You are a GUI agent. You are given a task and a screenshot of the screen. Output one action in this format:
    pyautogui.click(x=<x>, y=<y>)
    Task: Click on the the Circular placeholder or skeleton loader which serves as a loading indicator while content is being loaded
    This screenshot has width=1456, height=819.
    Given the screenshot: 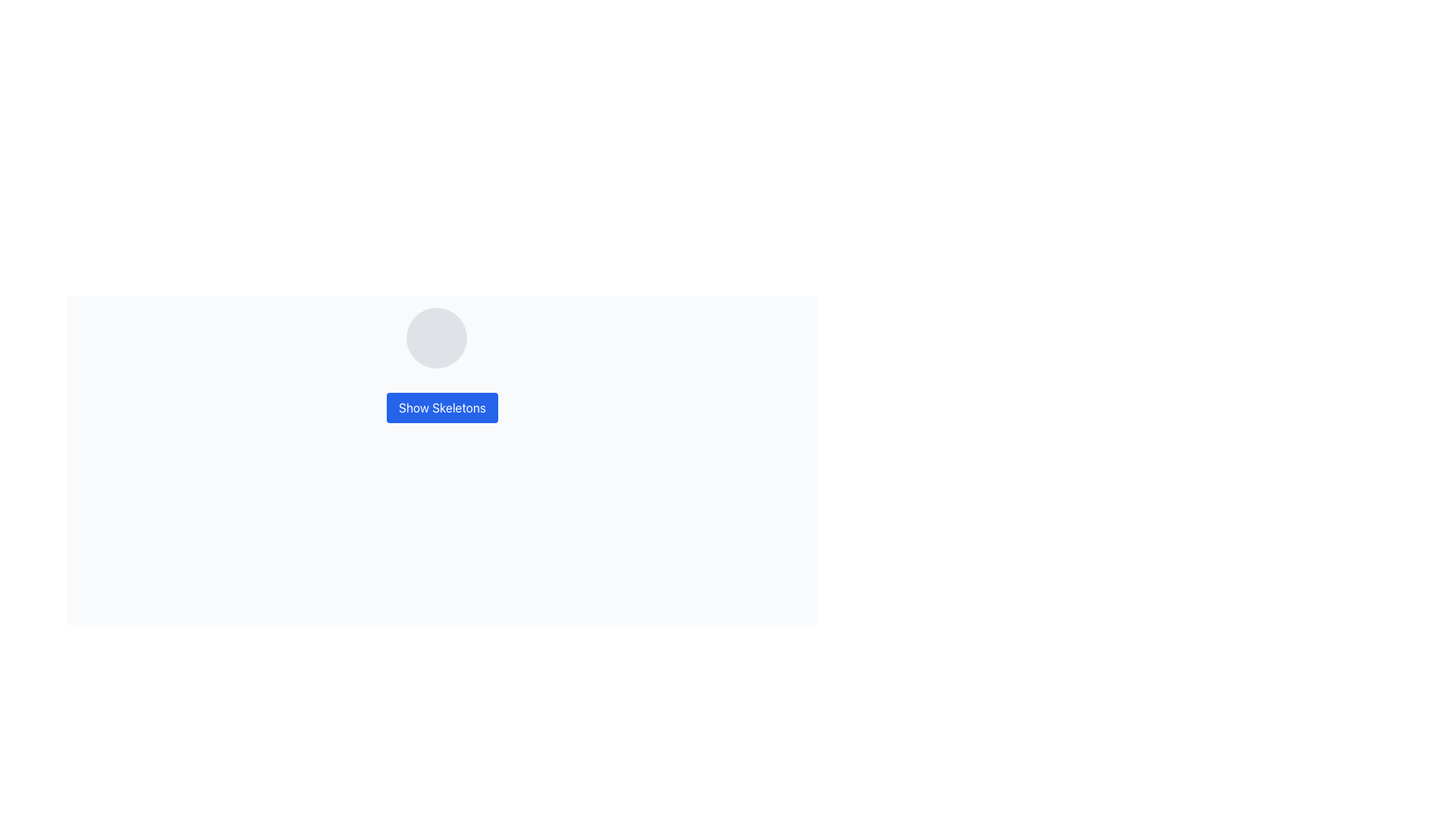 What is the action you would take?
    pyautogui.click(x=435, y=337)
    